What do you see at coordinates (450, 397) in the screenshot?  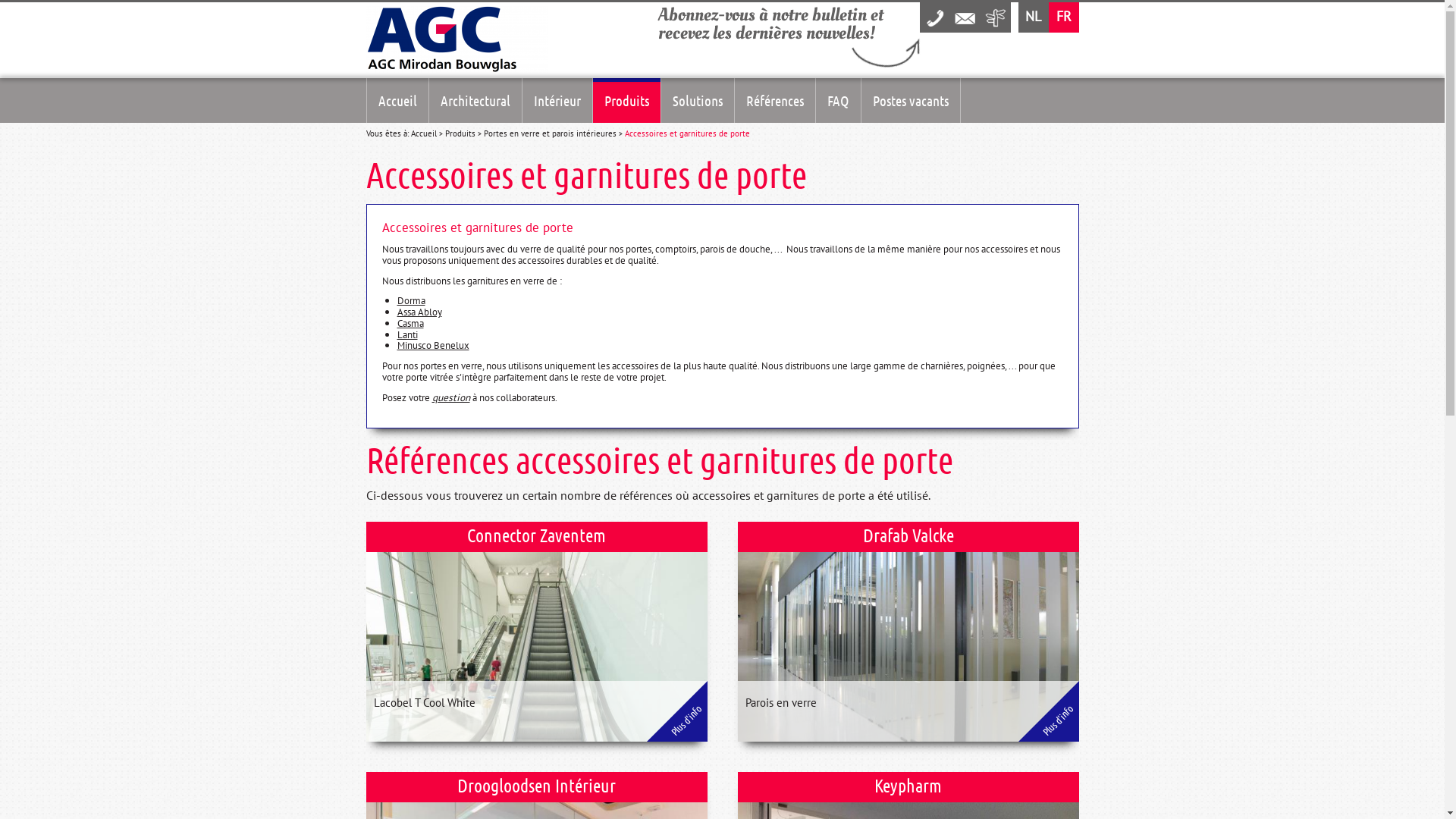 I see `'question'` at bounding box center [450, 397].